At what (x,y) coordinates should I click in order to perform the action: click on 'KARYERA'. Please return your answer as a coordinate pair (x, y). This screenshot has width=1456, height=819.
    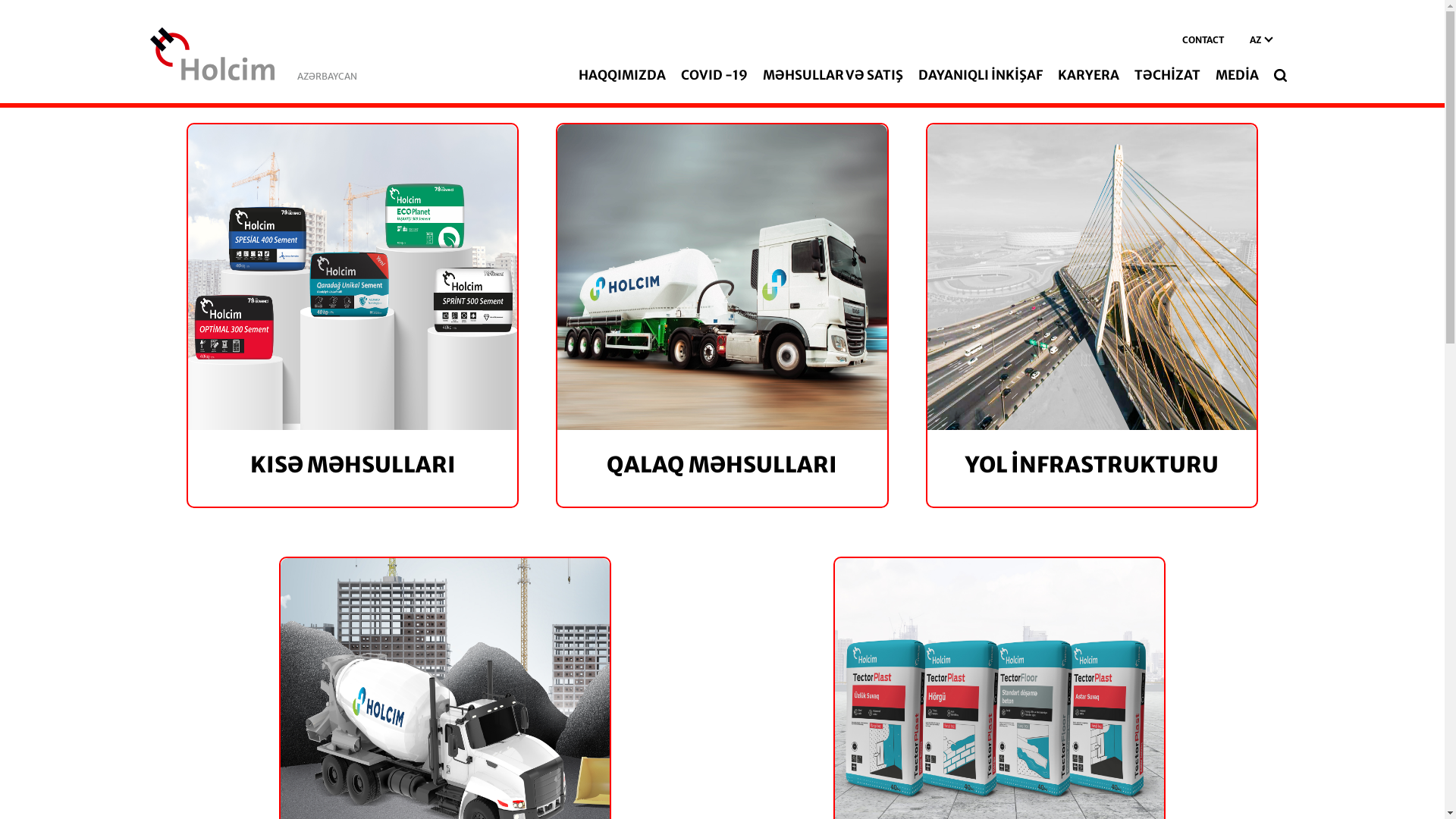
    Looking at the image, I should click on (1087, 75).